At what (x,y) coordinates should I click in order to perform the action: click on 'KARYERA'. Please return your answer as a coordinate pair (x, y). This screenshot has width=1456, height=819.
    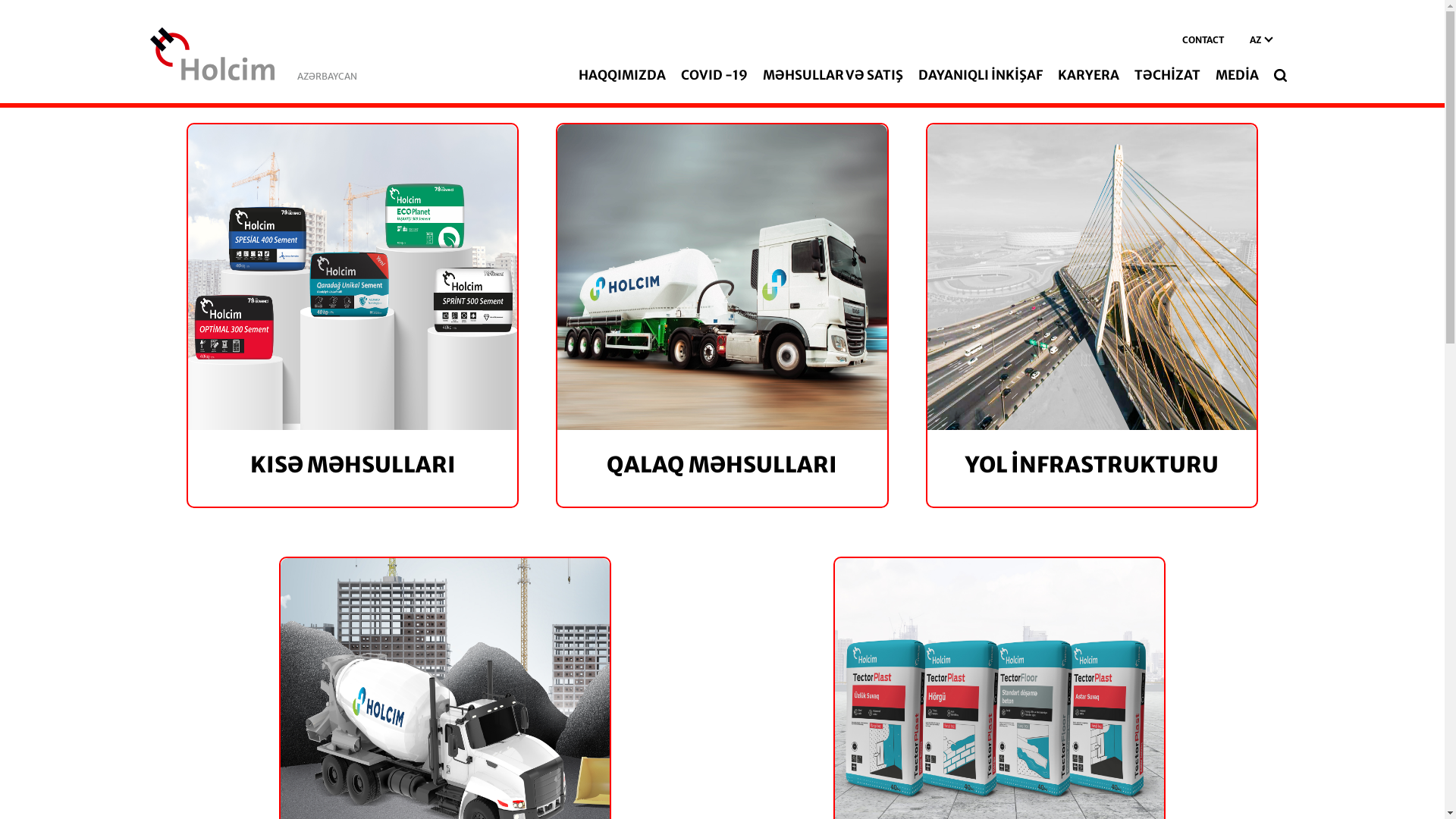
    Looking at the image, I should click on (1087, 75).